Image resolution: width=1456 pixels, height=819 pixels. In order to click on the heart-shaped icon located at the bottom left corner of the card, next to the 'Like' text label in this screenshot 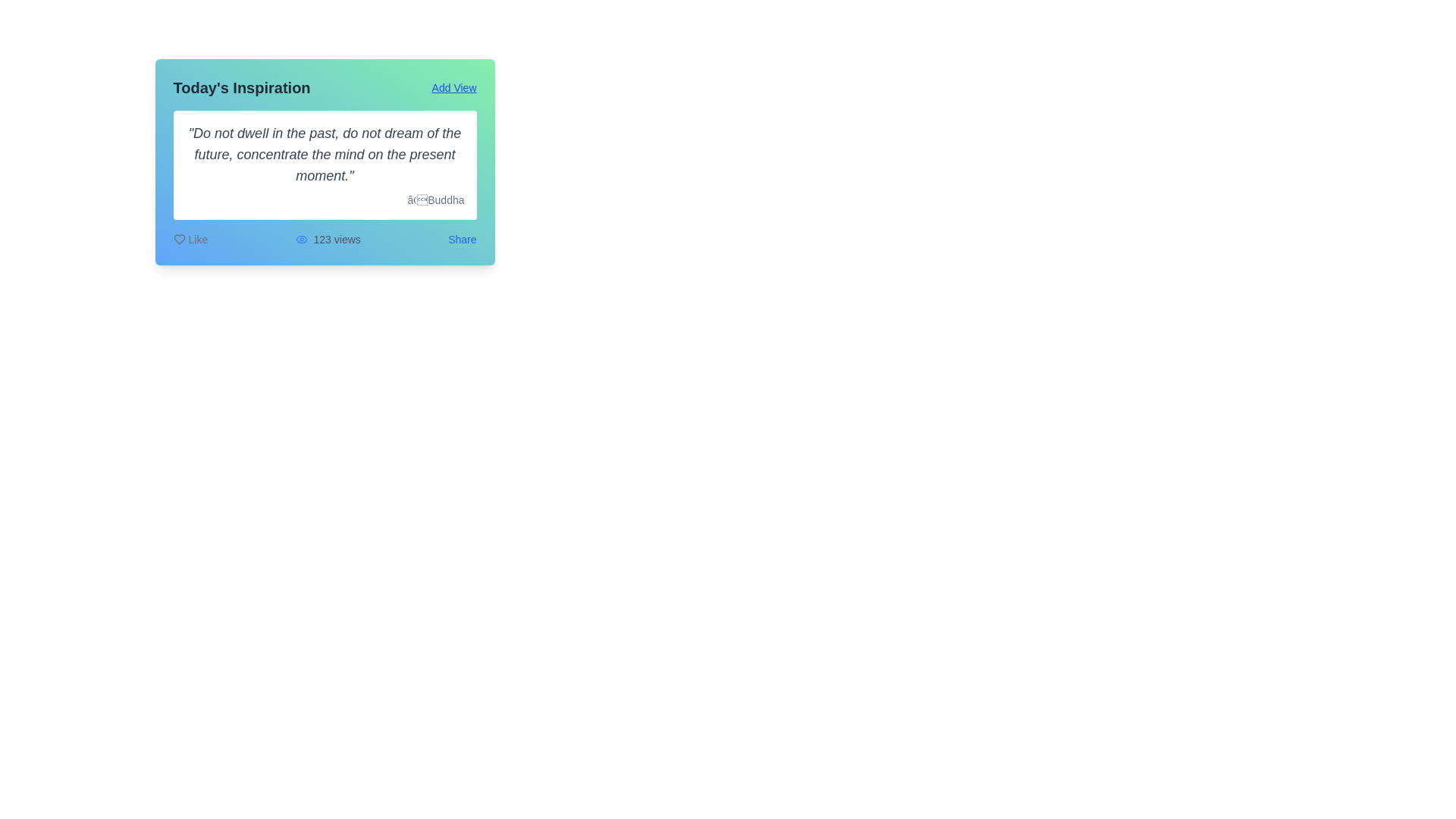, I will do `click(179, 239)`.